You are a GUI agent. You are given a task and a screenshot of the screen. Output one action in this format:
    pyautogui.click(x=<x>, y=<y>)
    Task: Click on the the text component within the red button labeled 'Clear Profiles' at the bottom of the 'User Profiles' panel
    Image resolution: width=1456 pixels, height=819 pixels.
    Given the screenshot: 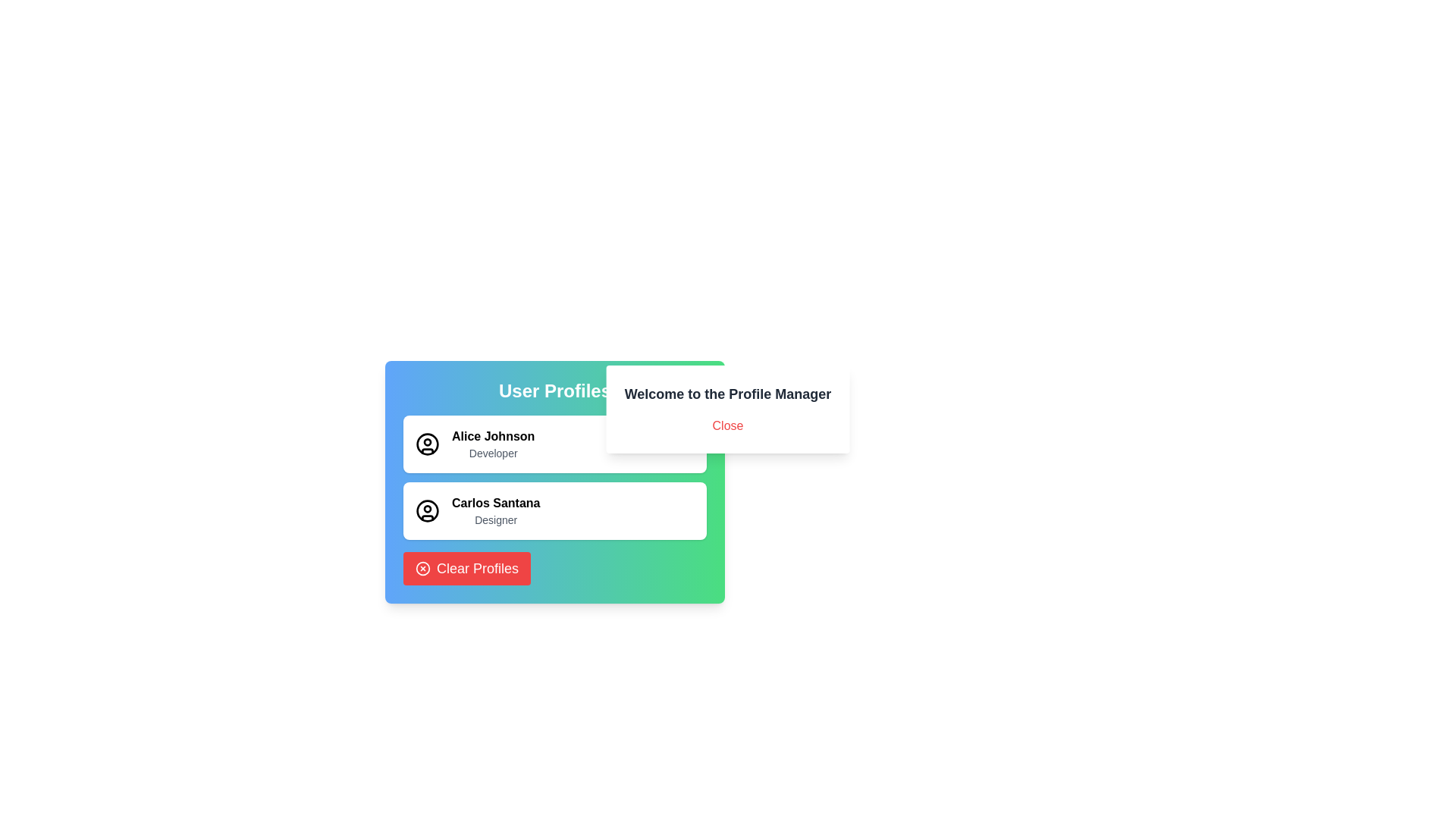 What is the action you would take?
    pyautogui.click(x=476, y=568)
    